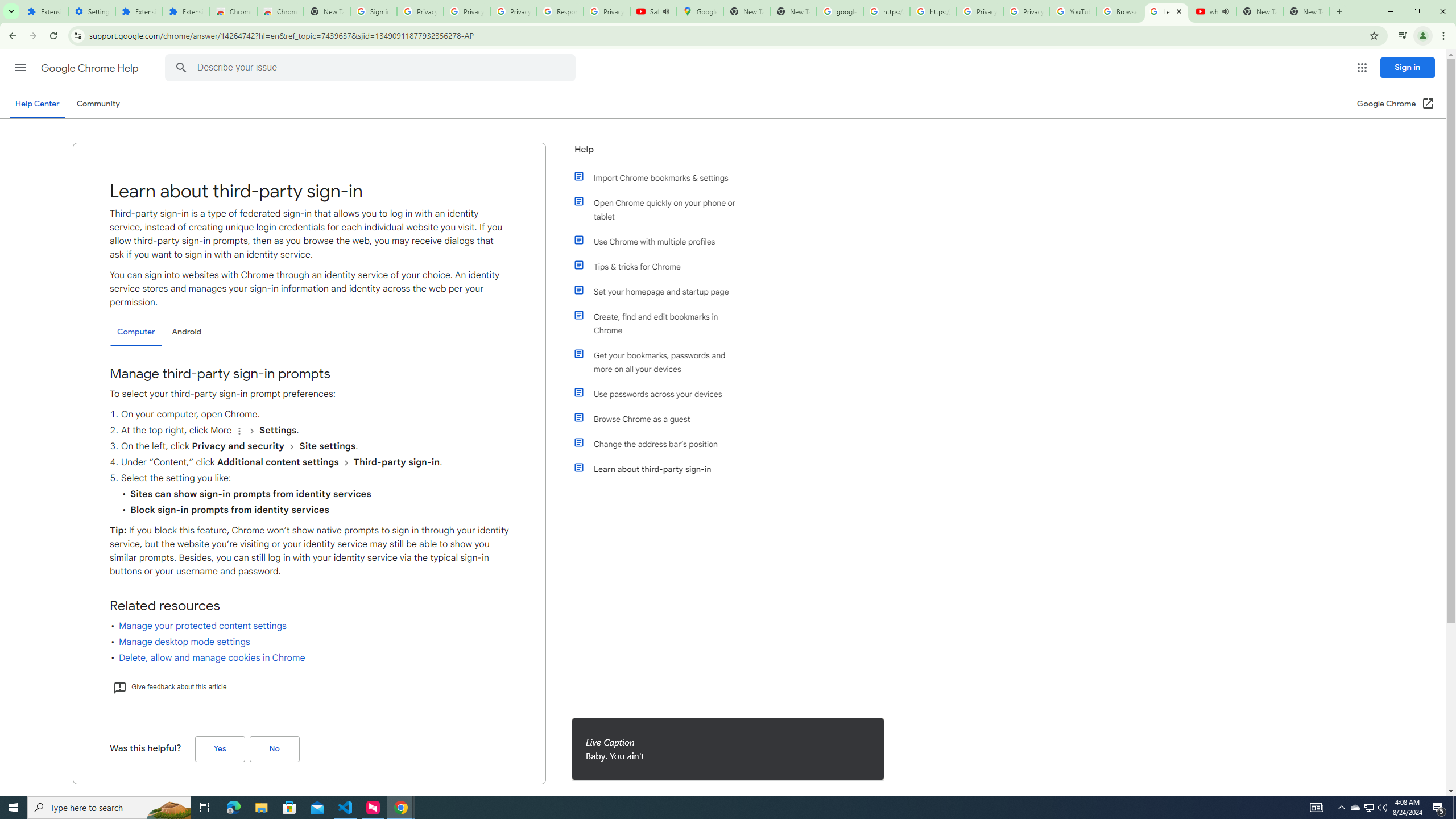  Describe the element at coordinates (185, 641) in the screenshot. I see `'Manage desktop mode settings'` at that location.